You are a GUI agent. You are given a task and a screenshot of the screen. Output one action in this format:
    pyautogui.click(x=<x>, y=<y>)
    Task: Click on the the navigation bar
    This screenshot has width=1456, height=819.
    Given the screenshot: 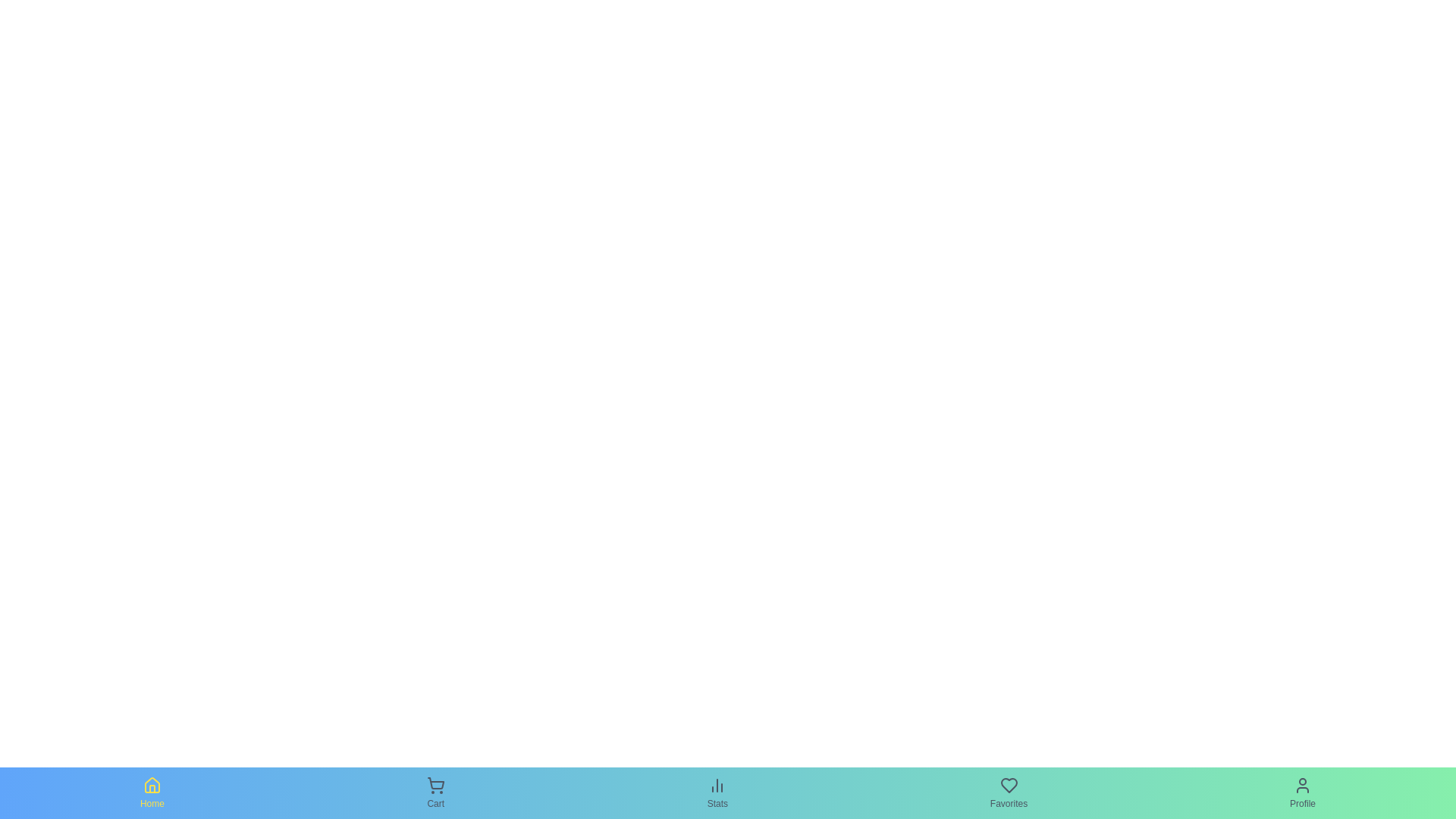 What is the action you would take?
    pyautogui.click(x=0, y=767)
    